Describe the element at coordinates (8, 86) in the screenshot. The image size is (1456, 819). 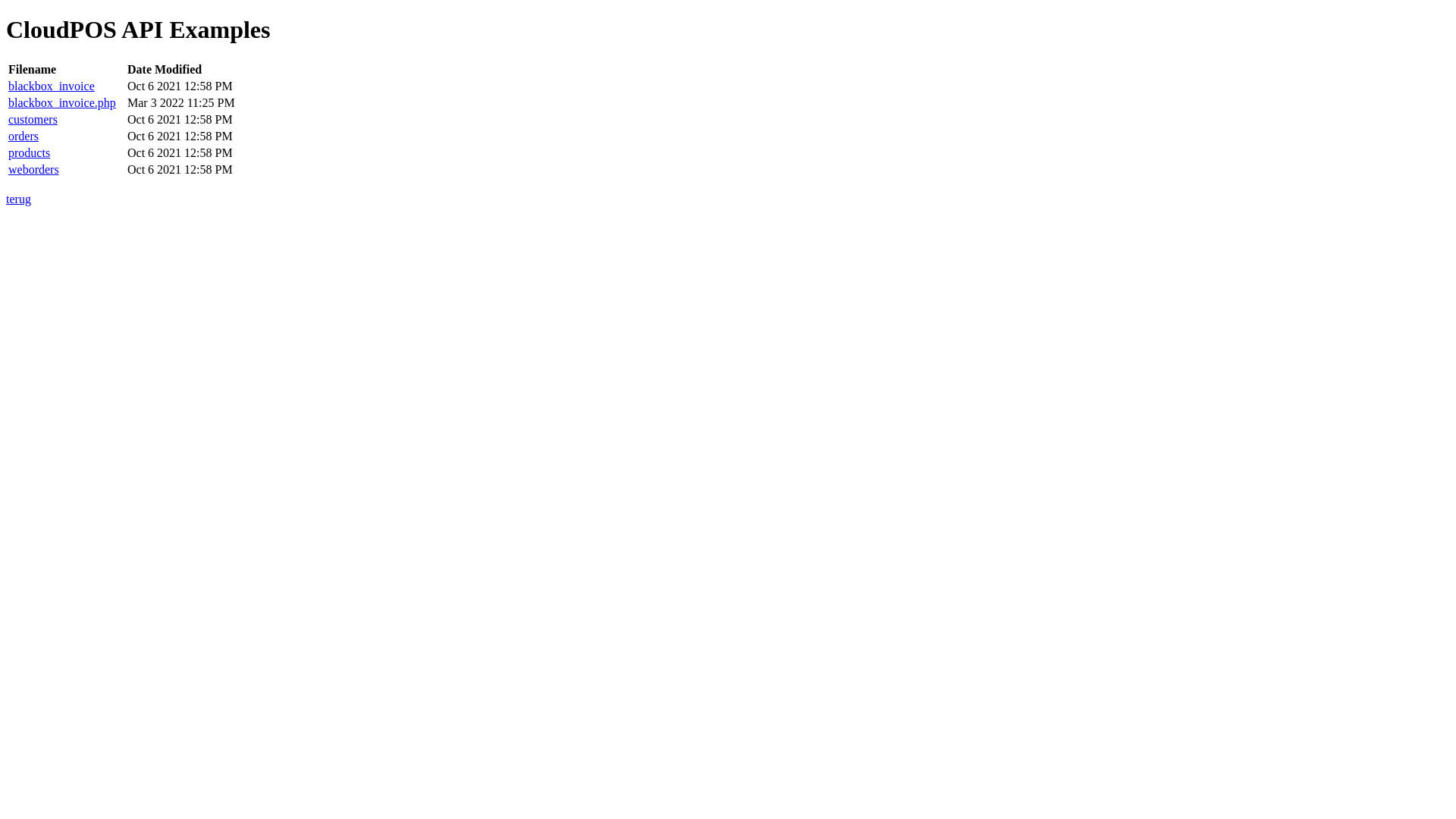
I see `'blackbox_invoice'` at that location.